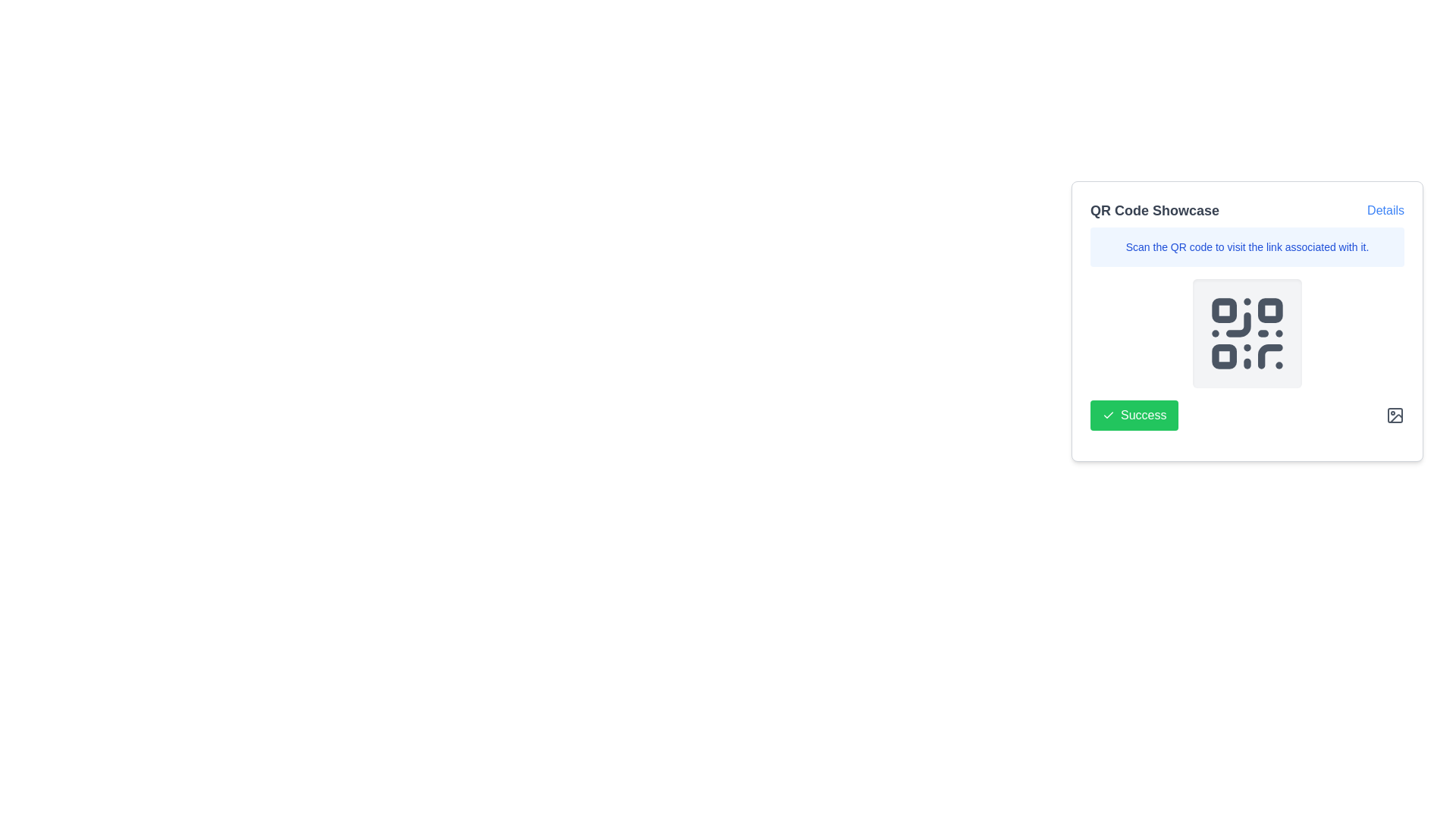 The width and height of the screenshot is (1456, 819). I want to click on static text providing instructions for scanning the QR code, located below the title 'QR Code Showcase' and the 'Details' link within the QR code showcase card, so click(1247, 246).